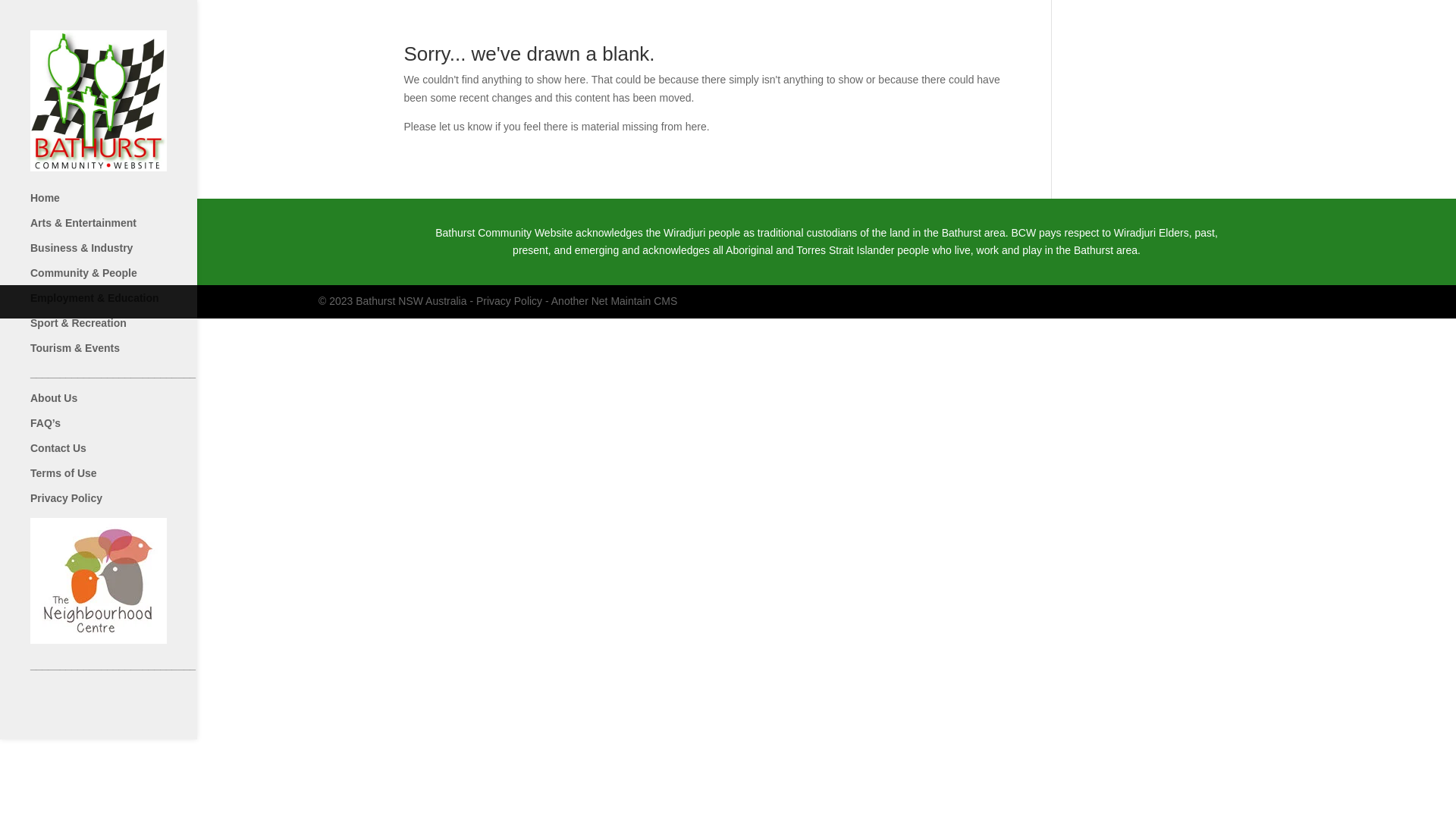 The height and width of the screenshot is (819, 1456). I want to click on 'Terms of Use', so click(127, 479).